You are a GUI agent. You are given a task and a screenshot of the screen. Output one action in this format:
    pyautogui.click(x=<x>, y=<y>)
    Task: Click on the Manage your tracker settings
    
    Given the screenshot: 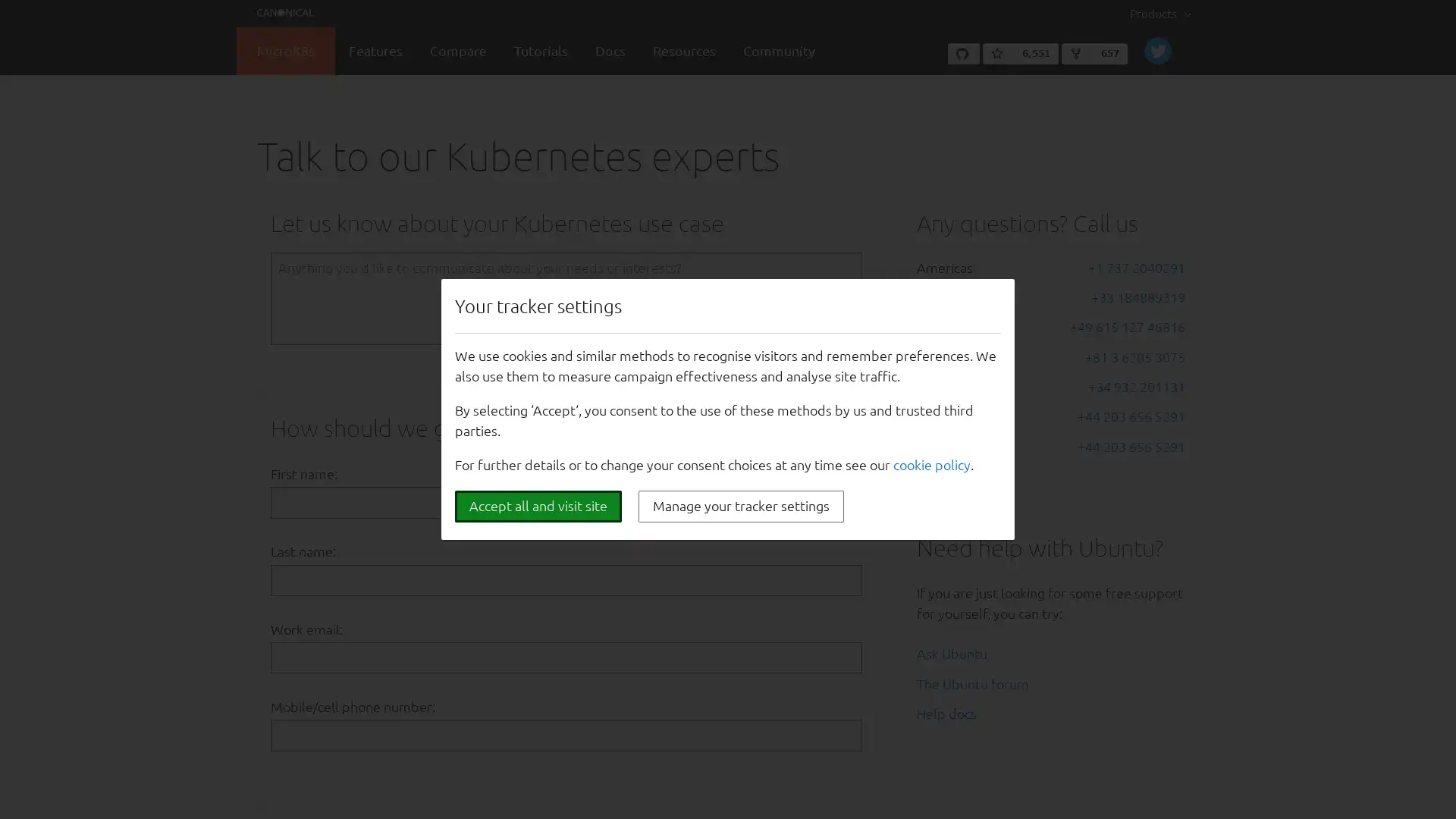 What is the action you would take?
    pyautogui.click(x=741, y=506)
    